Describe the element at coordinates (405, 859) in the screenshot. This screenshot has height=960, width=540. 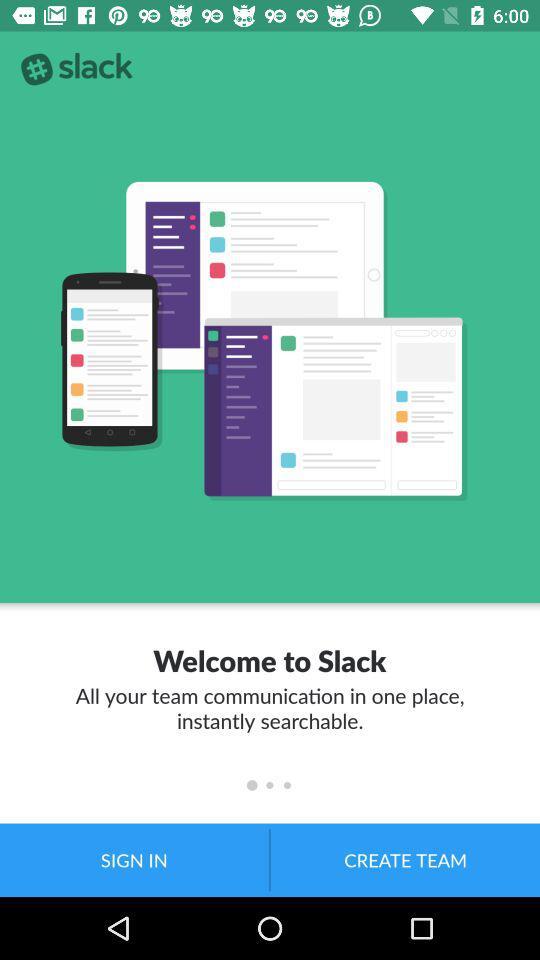
I see `the create team` at that location.